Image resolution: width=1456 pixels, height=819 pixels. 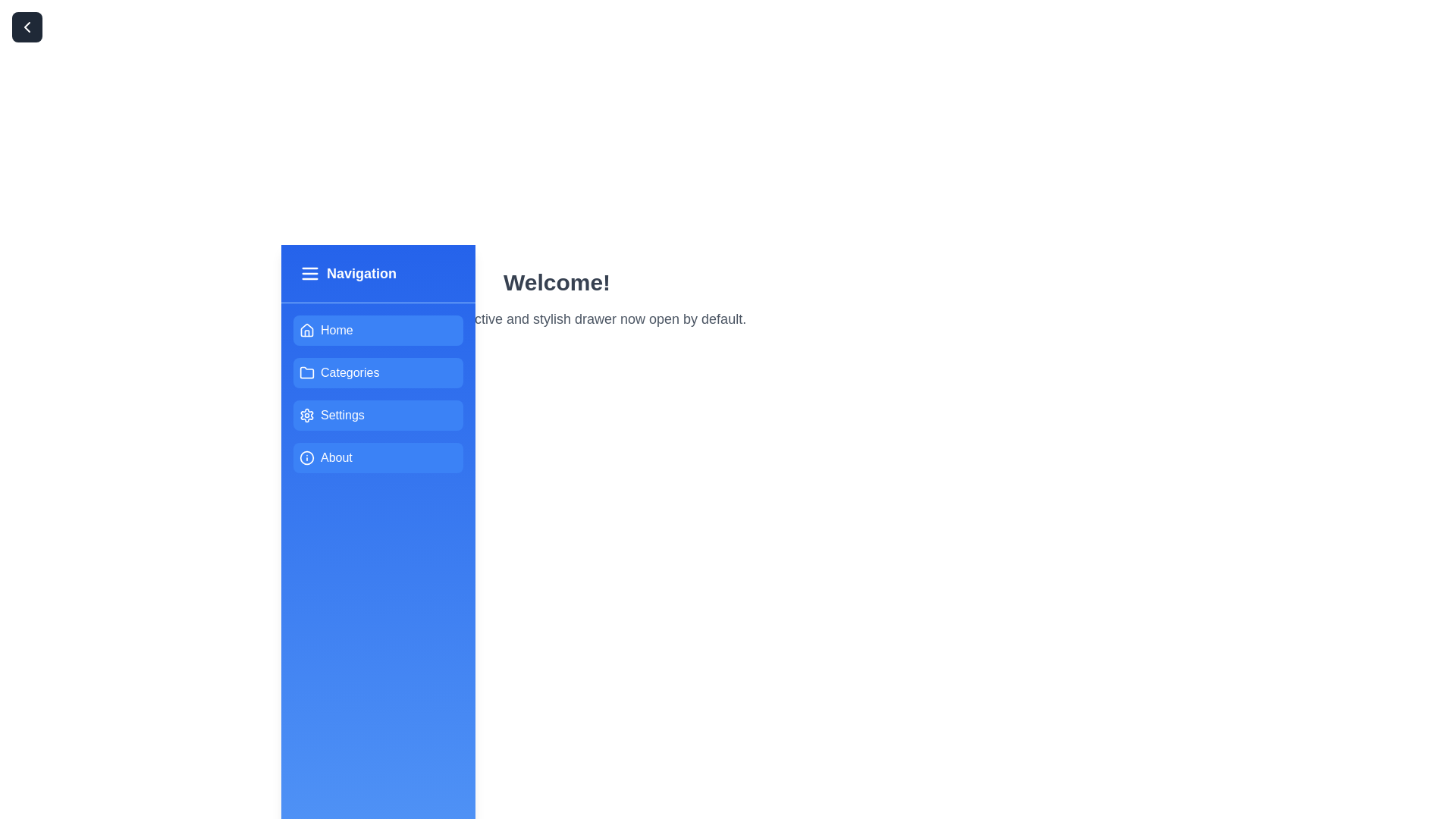 What do you see at coordinates (27, 27) in the screenshot?
I see `the small, square button with rounded corners featuring a leftward-pointing chevron icon` at bounding box center [27, 27].